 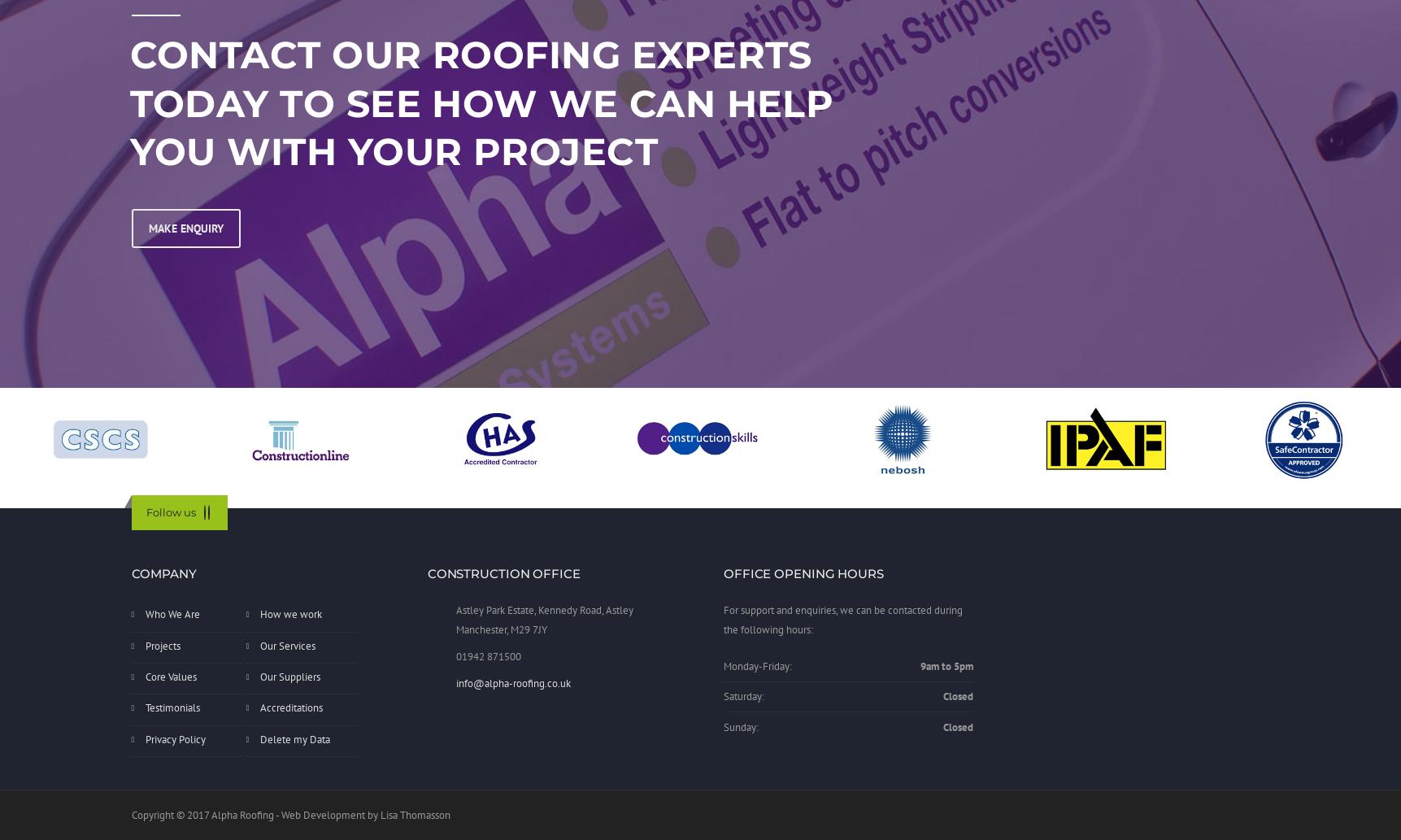 I want to click on '01942 871500', so click(x=486, y=655).